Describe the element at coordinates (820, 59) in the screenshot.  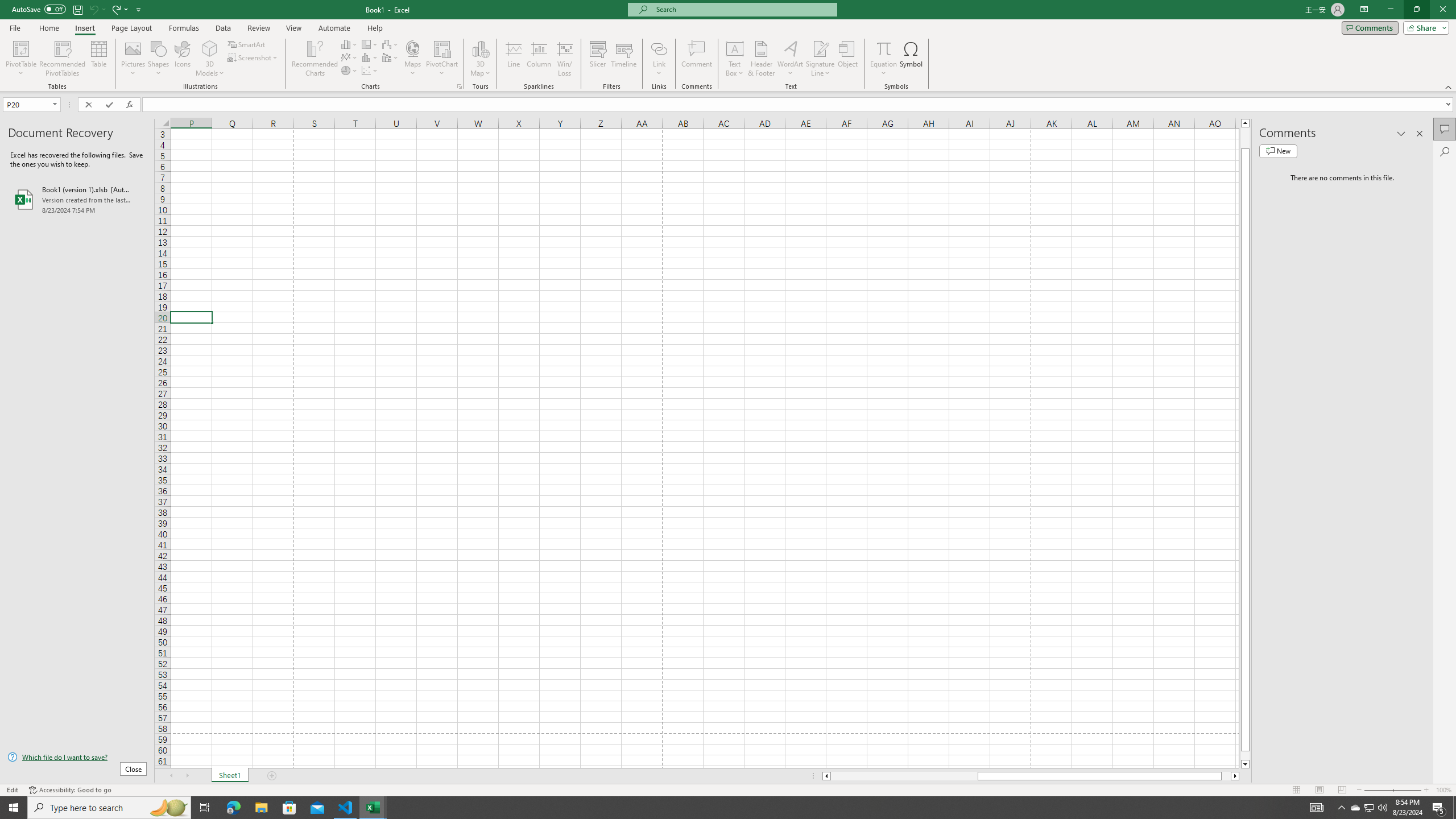
I see `'Signature Line'` at that location.